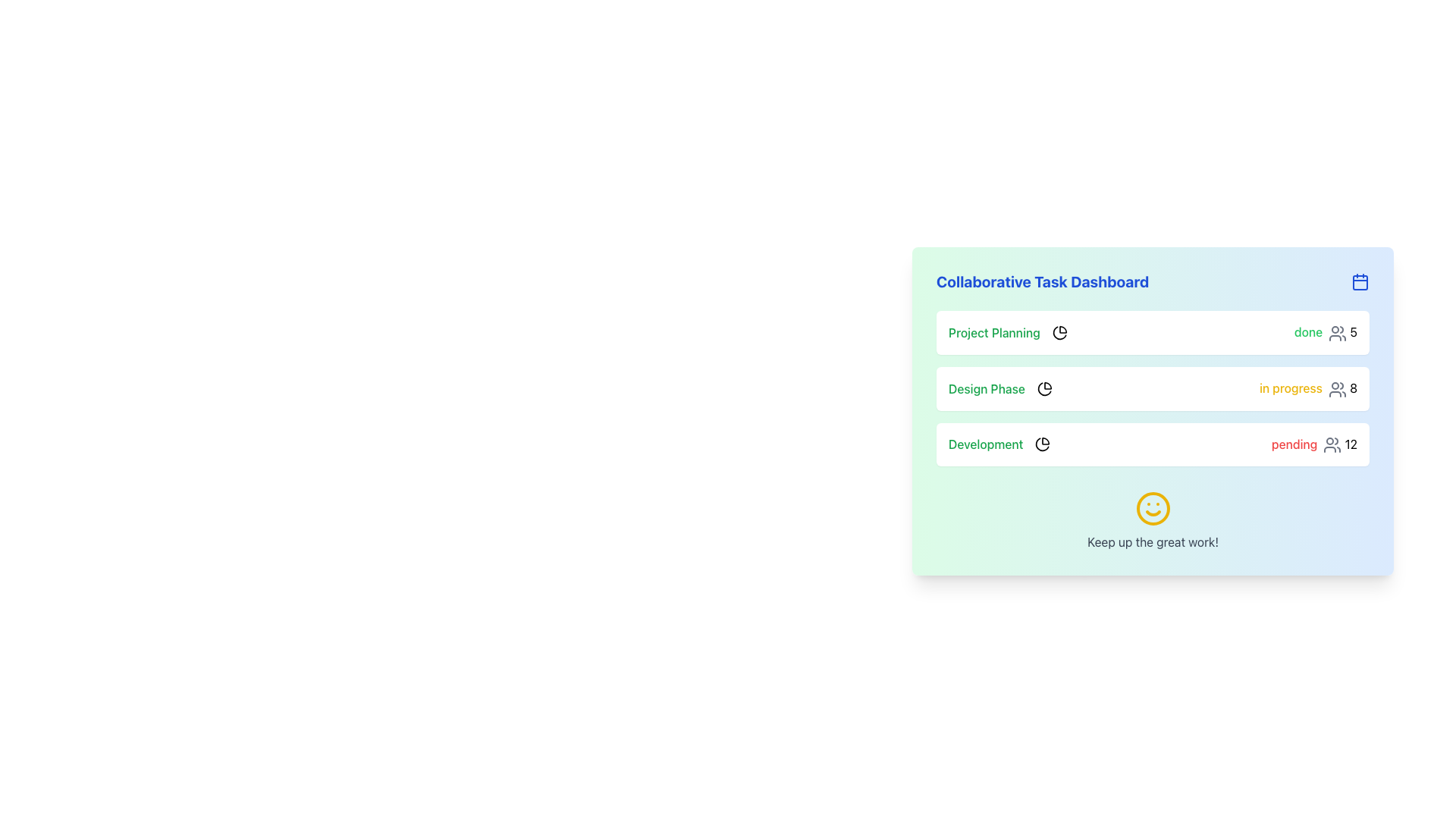 The image size is (1456, 819). What do you see at coordinates (1153, 388) in the screenshot?
I see `information displayed in the task summary widget, which is the second task in the 'Collaborative Task Dashboard' list, showing its name, progress status, and associated user count` at bounding box center [1153, 388].